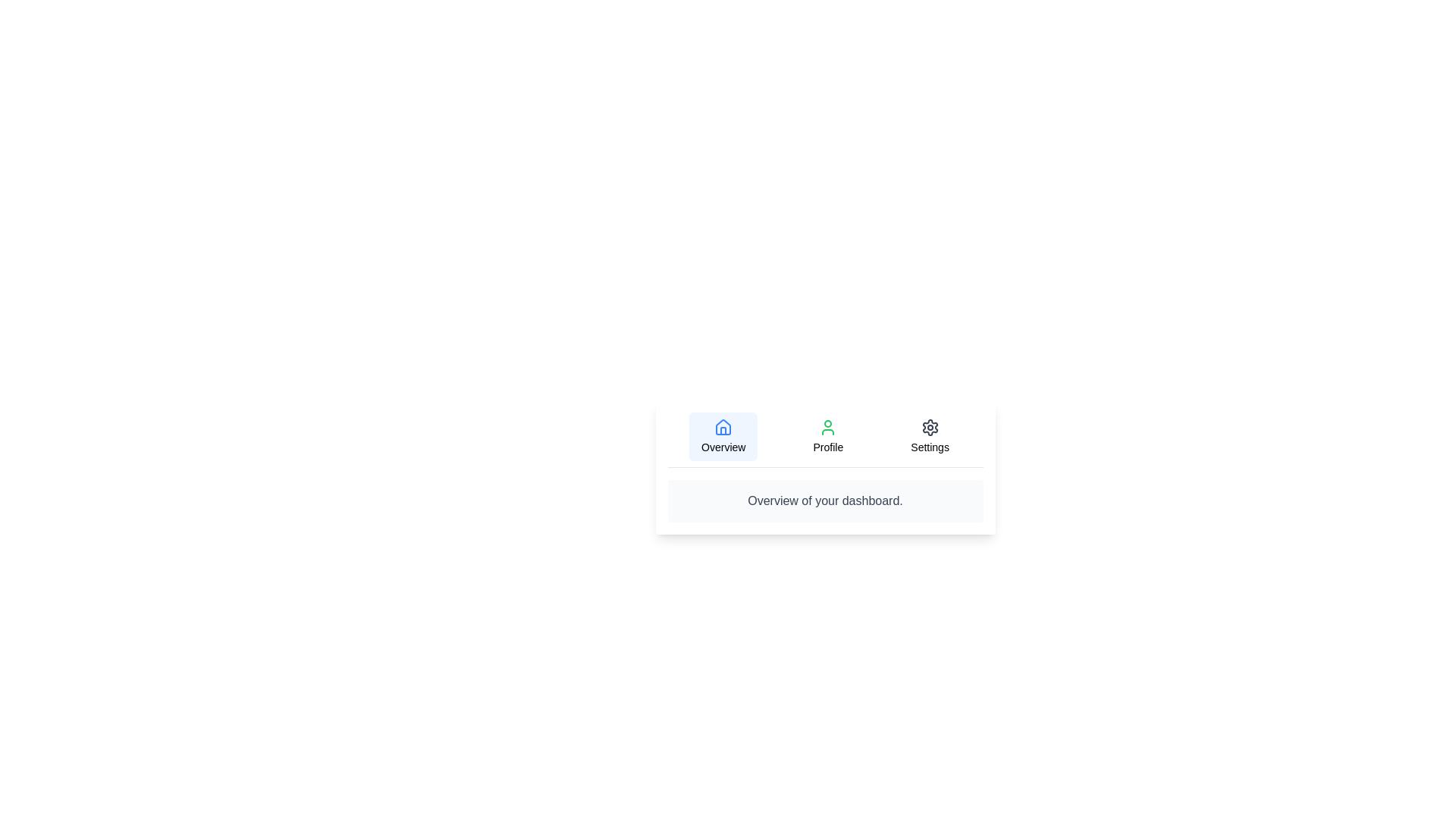 This screenshot has height=819, width=1456. Describe the element at coordinates (929, 436) in the screenshot. I see `the text portion labeled Settings to select it` at that location.